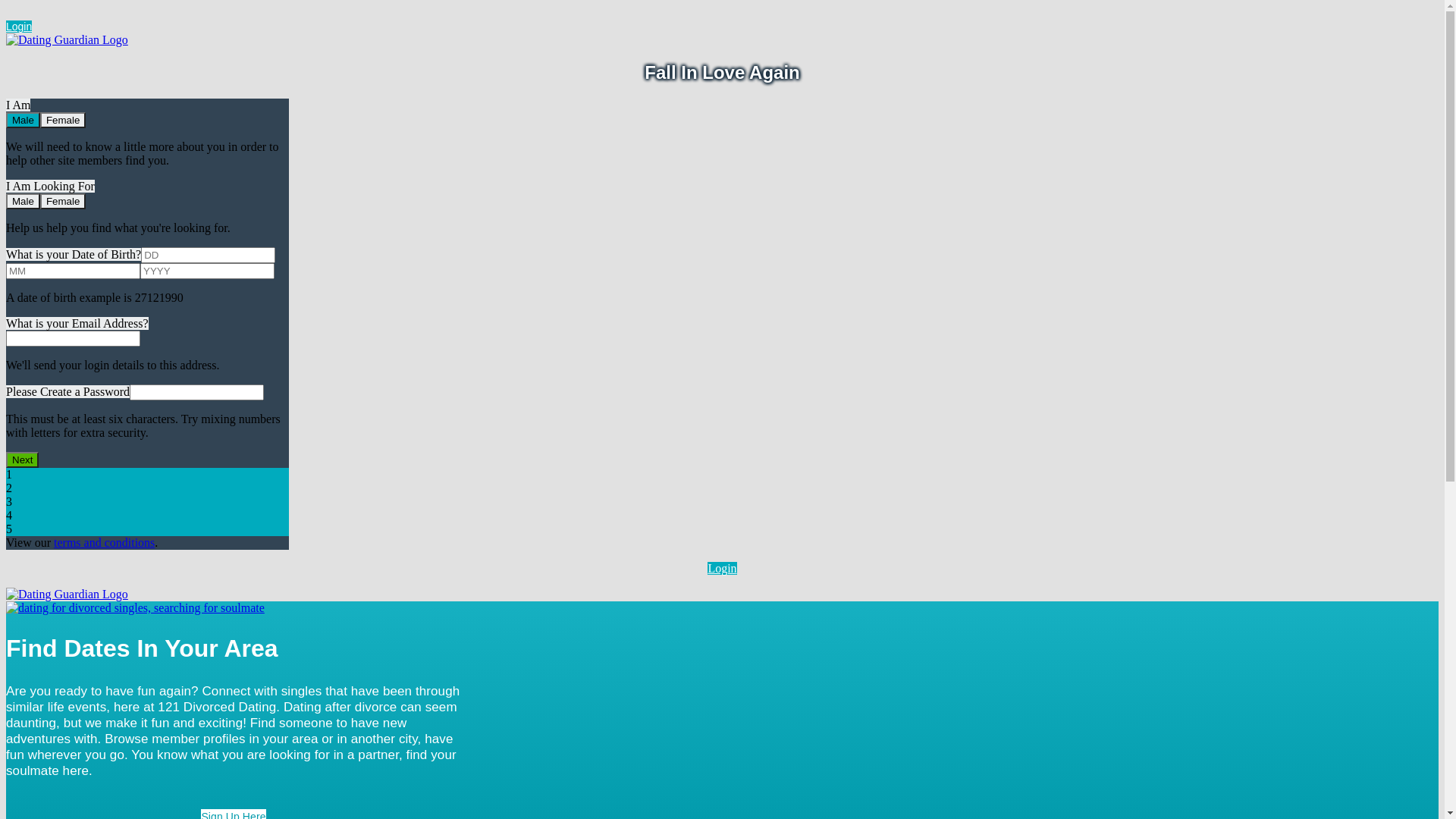 The height and width of the screenshot is (819, 1456). I want to click on 'terms and conditions', so click(103, 541).